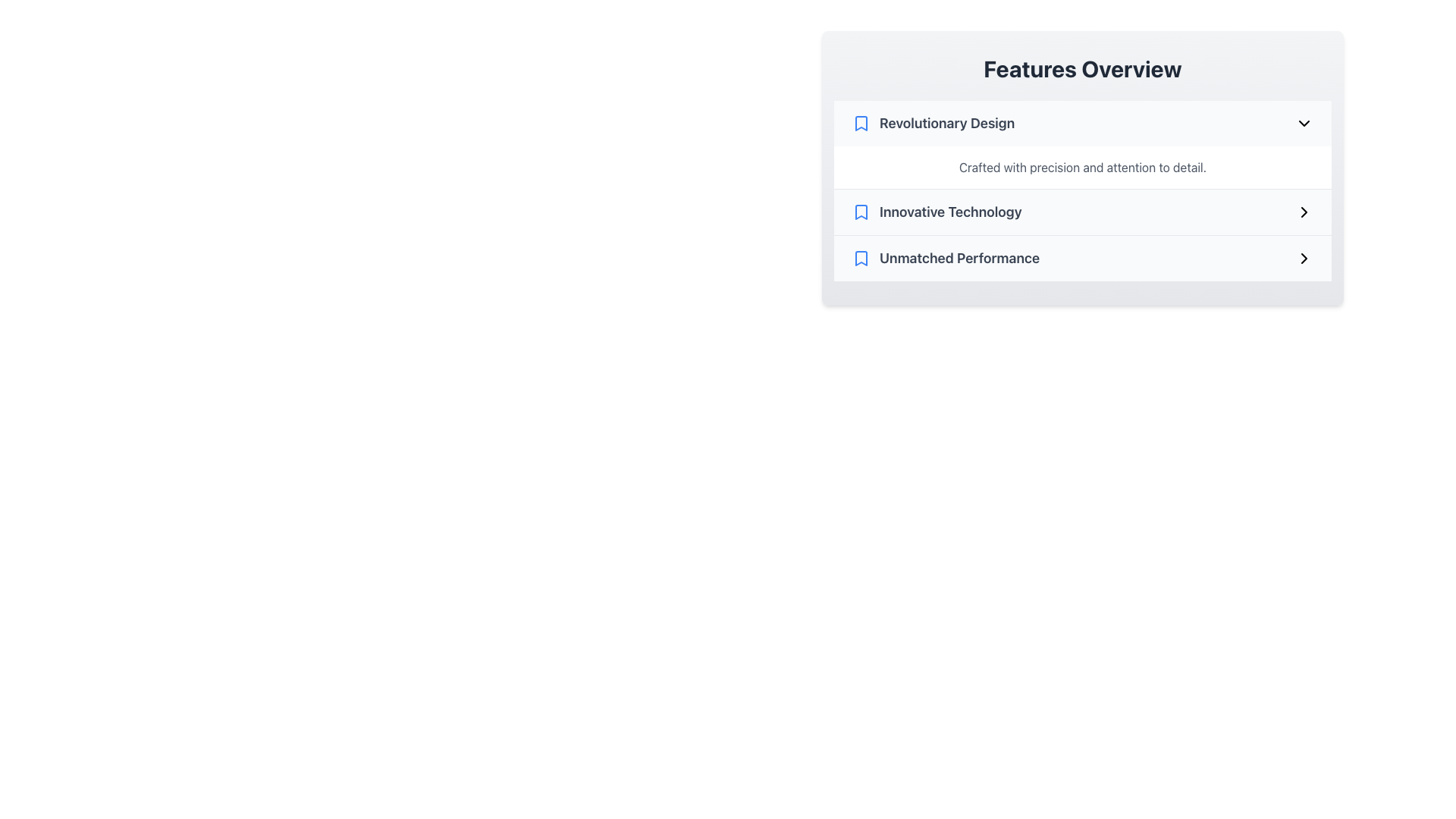 This screenshot has height=819, width=1456. What do you see at coordinates (861, 122) in the screenshot?
I see `the blue bookmark icon adjacent to the text 'Revolutionary Design' in the 'Features Overview' card layout` at bounding box center [861, 122].